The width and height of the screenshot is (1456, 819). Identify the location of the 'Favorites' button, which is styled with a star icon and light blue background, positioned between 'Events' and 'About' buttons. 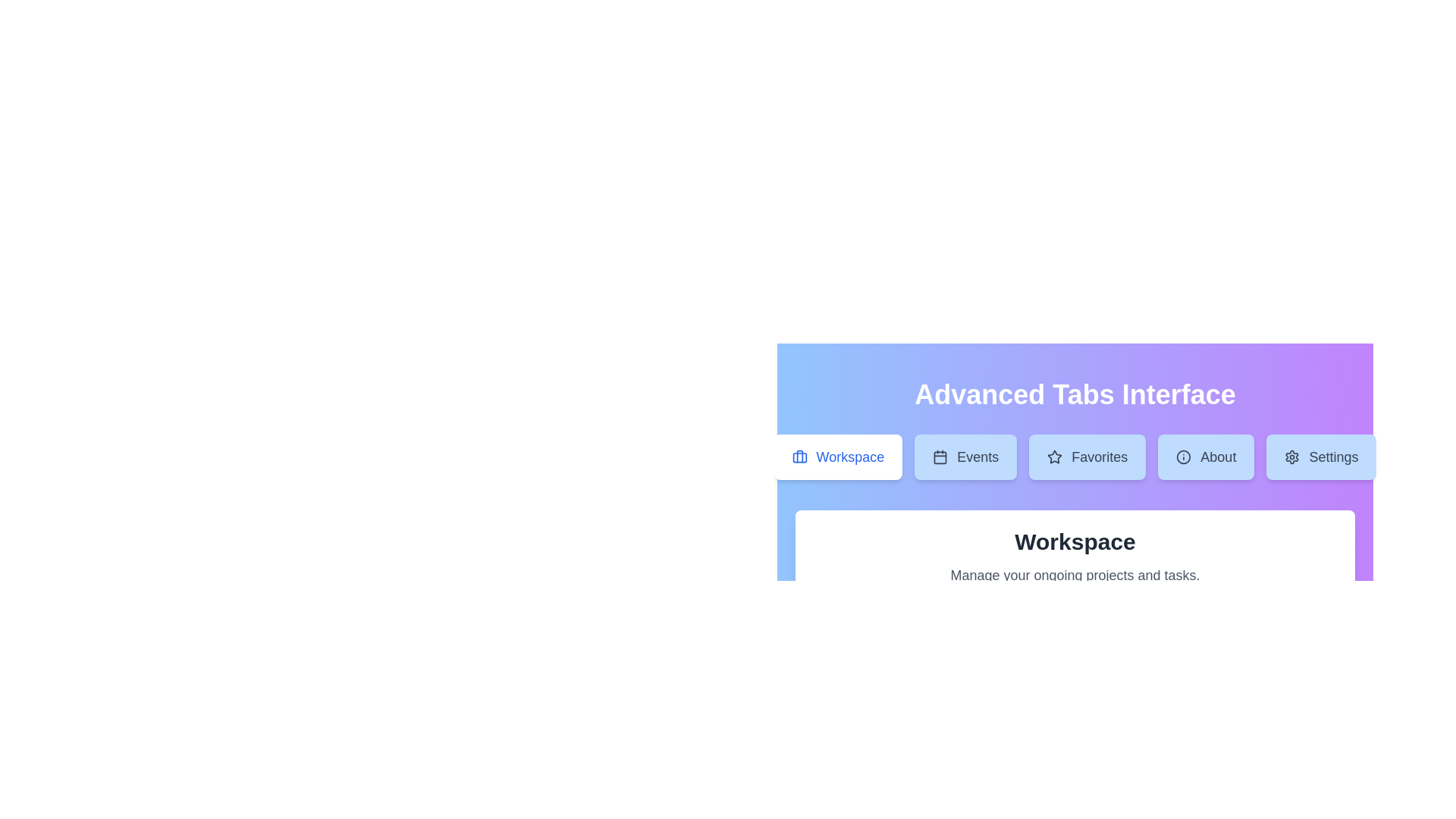
(1074, 462).